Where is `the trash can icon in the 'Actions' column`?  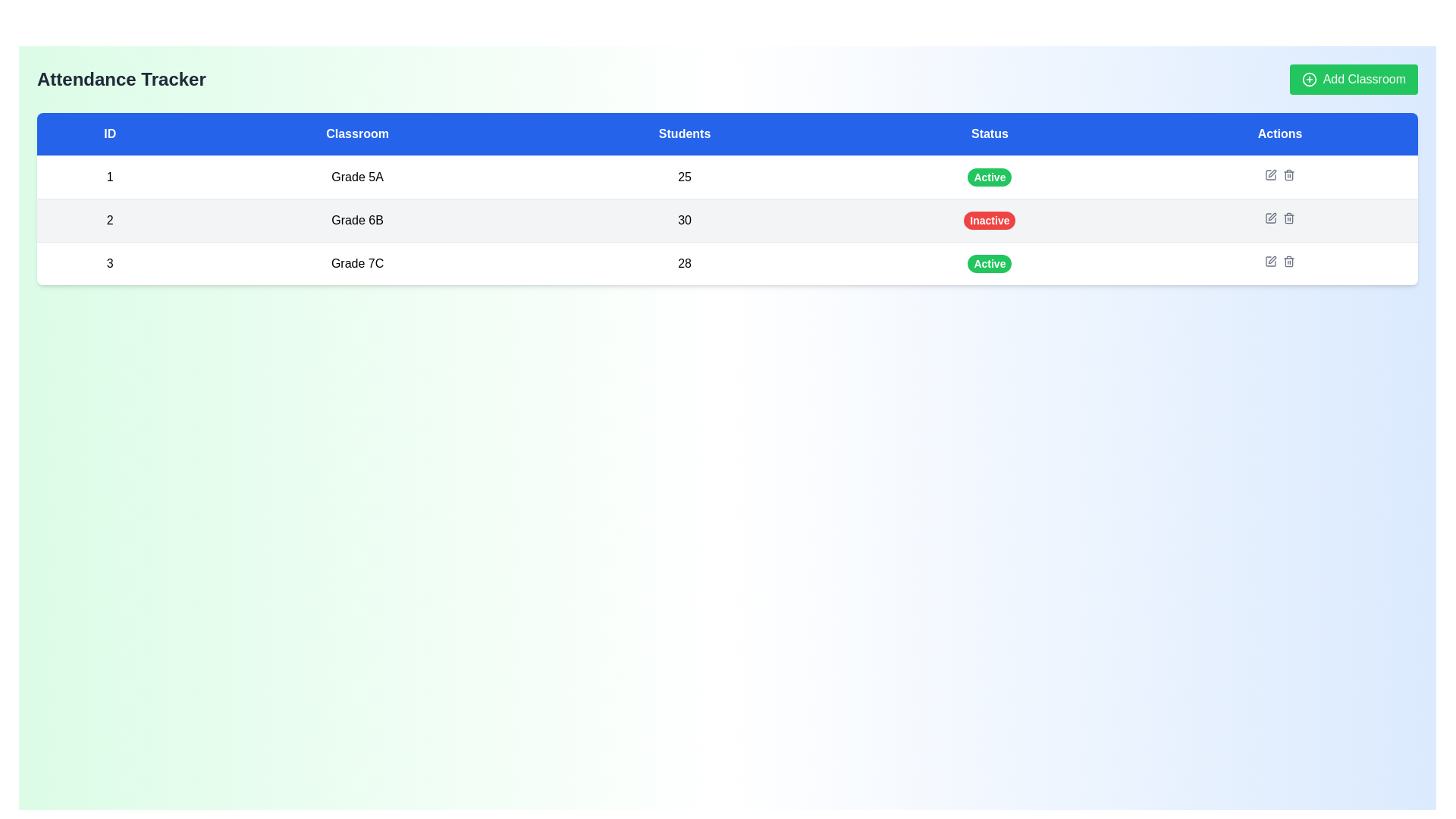
the trash can icon in the 'Actions' column is located at coordinates (1288, 174).